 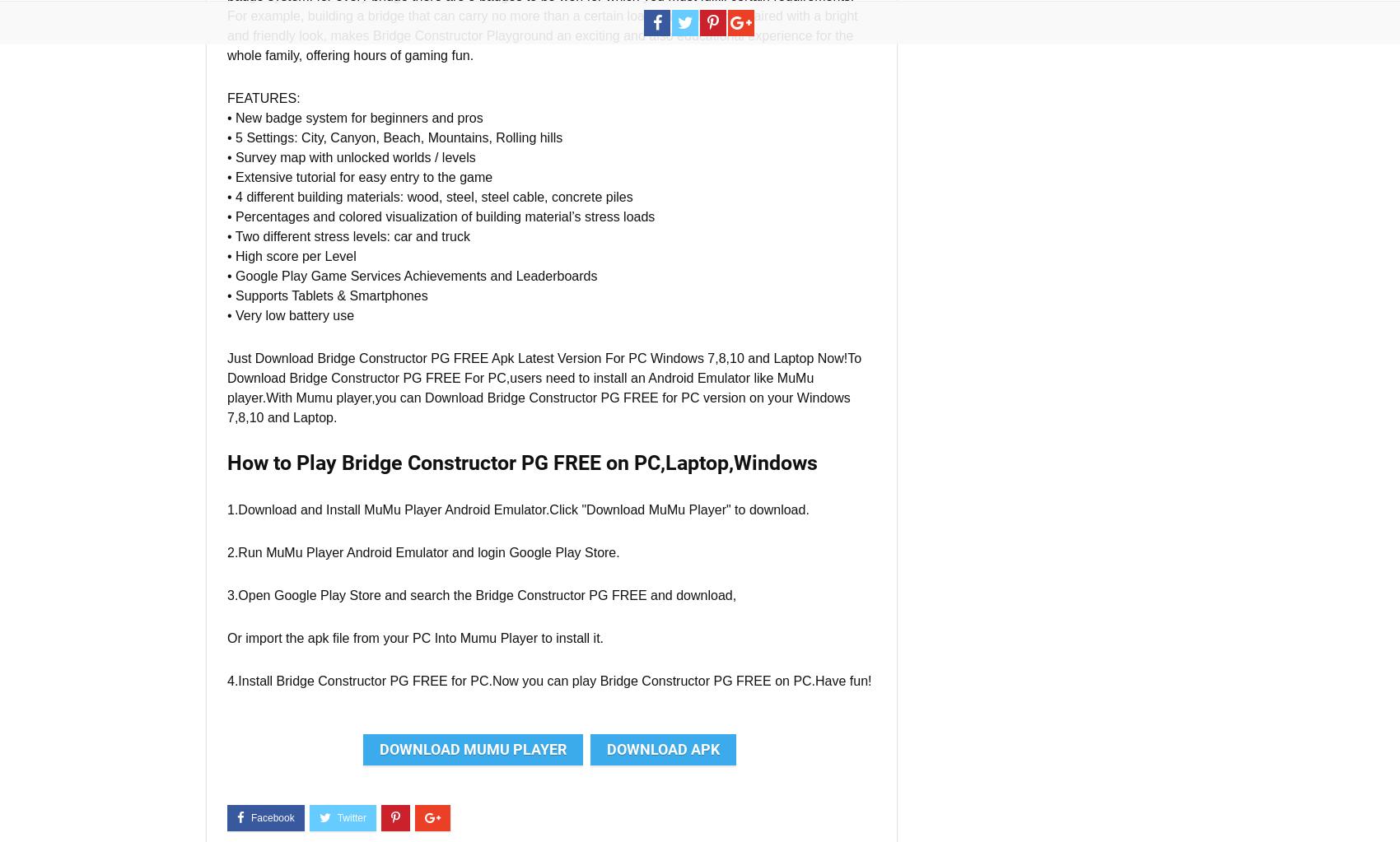 What do you see at coordinates (227, 235) in the screenshot?
I see `'• Two different stress levels: car and truck'` at bounding box center [227, 235].